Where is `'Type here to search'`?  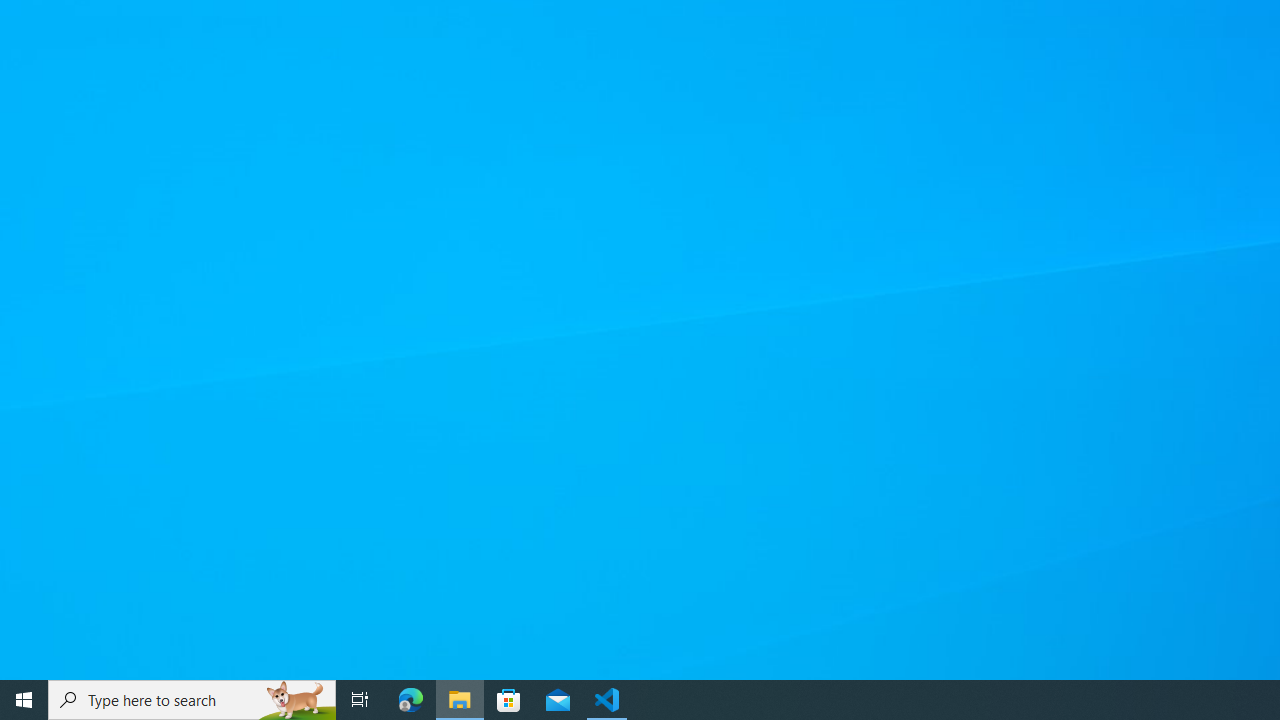 'Type here to search' is located at coordinates (192, 698).